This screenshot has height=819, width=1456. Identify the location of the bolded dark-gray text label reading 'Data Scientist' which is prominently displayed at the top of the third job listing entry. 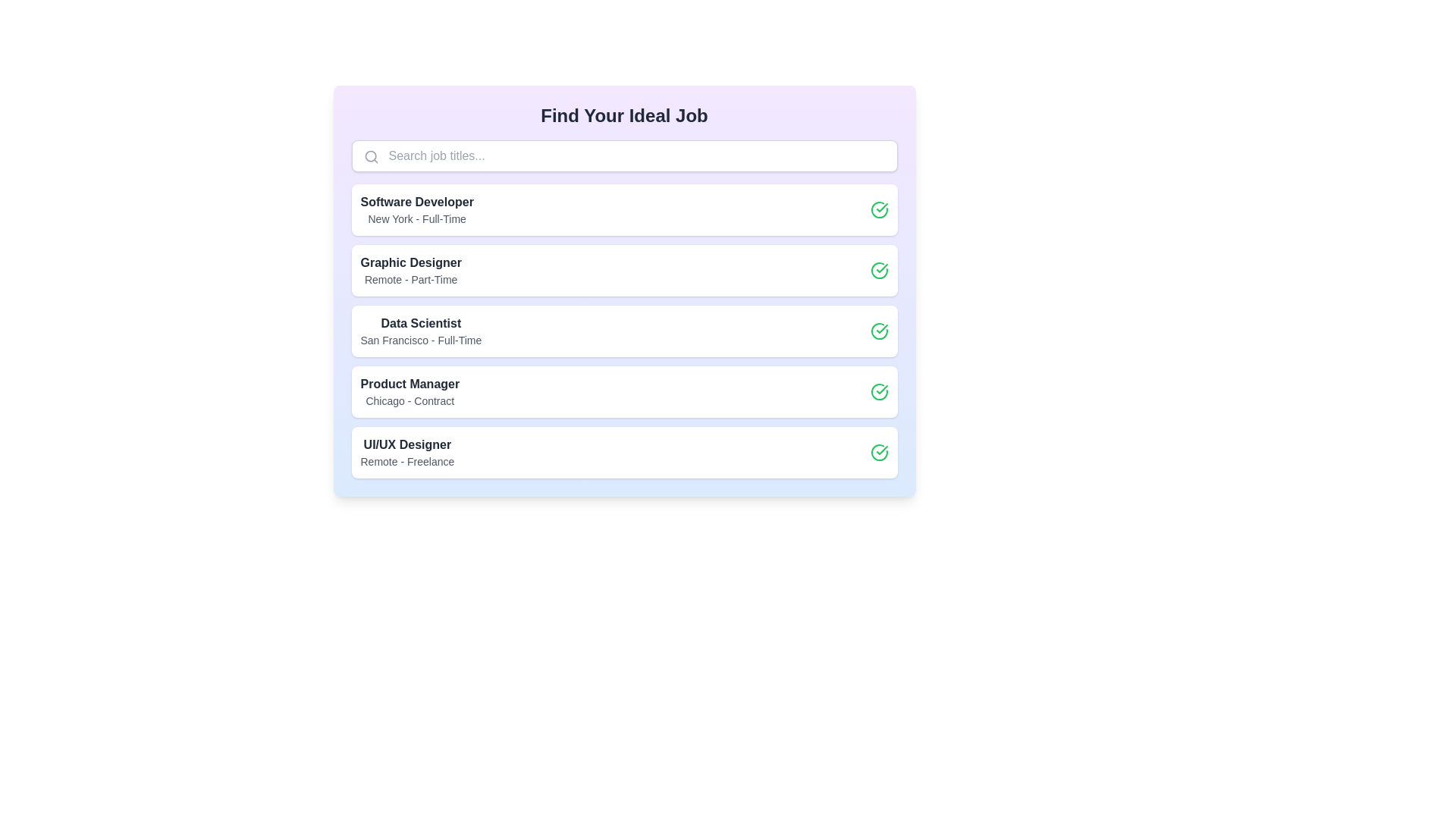
(421, 323).